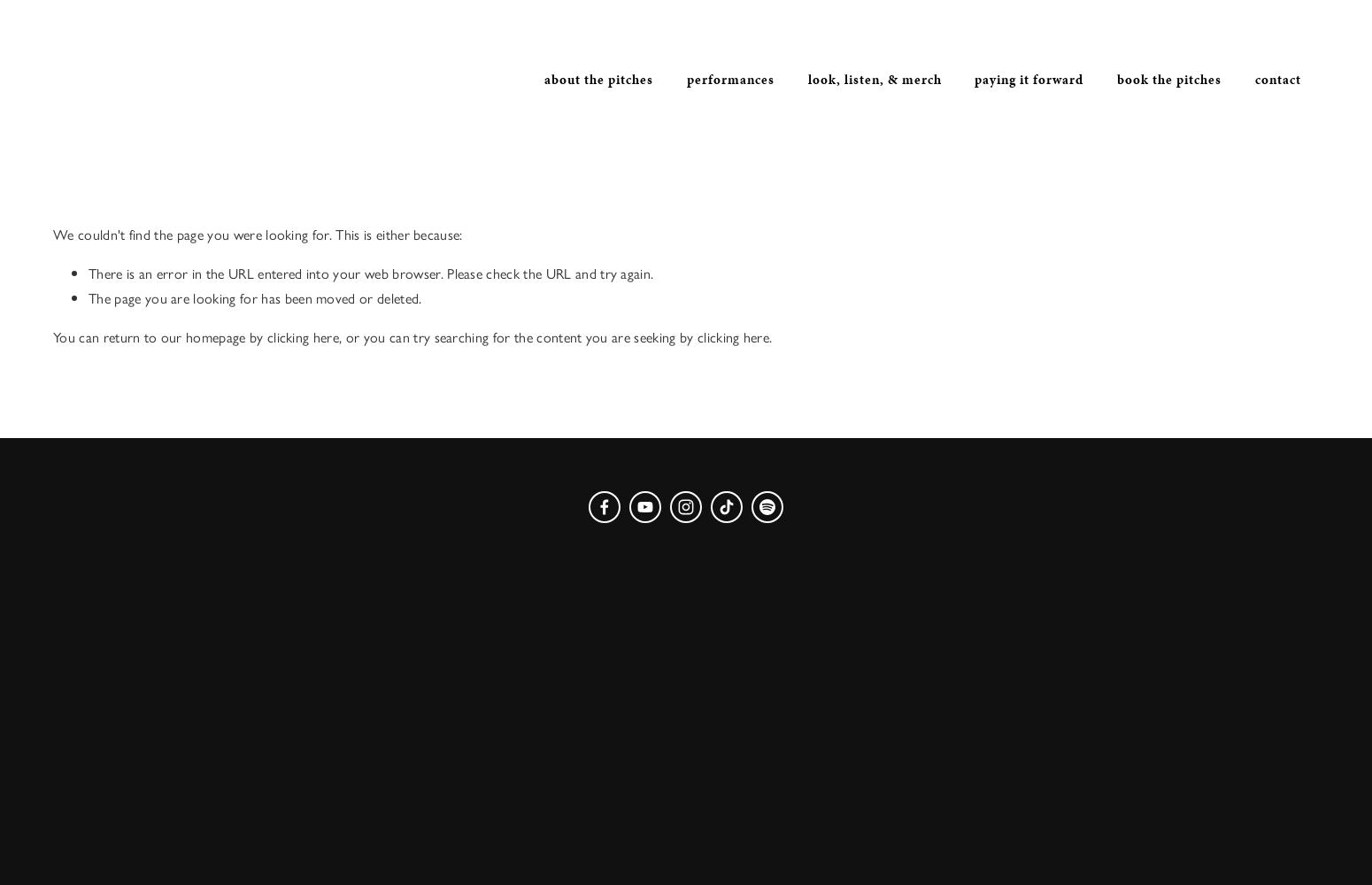 The height and width of the screenshot is (885, 1372). What do you see at coordinates (338, 336) in the screenshot?
I see `', or you can try searching for the
  content you are seeking by'` at bounding box center [338, 336].